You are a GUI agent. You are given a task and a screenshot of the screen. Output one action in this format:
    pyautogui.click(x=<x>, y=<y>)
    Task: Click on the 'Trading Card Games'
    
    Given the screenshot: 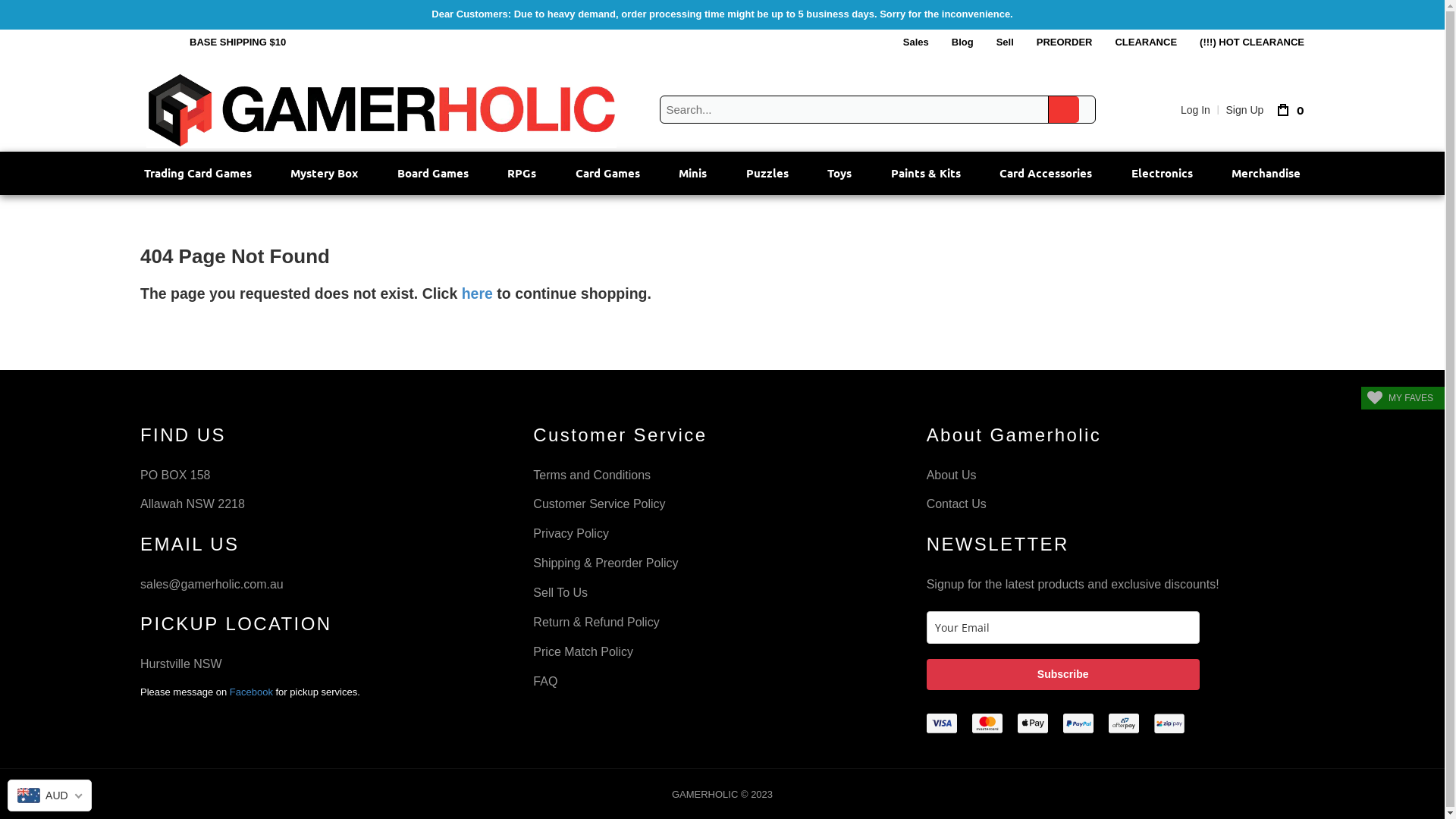 What is the action you would take?
    pyautogui.click(x=196, y=172)
    